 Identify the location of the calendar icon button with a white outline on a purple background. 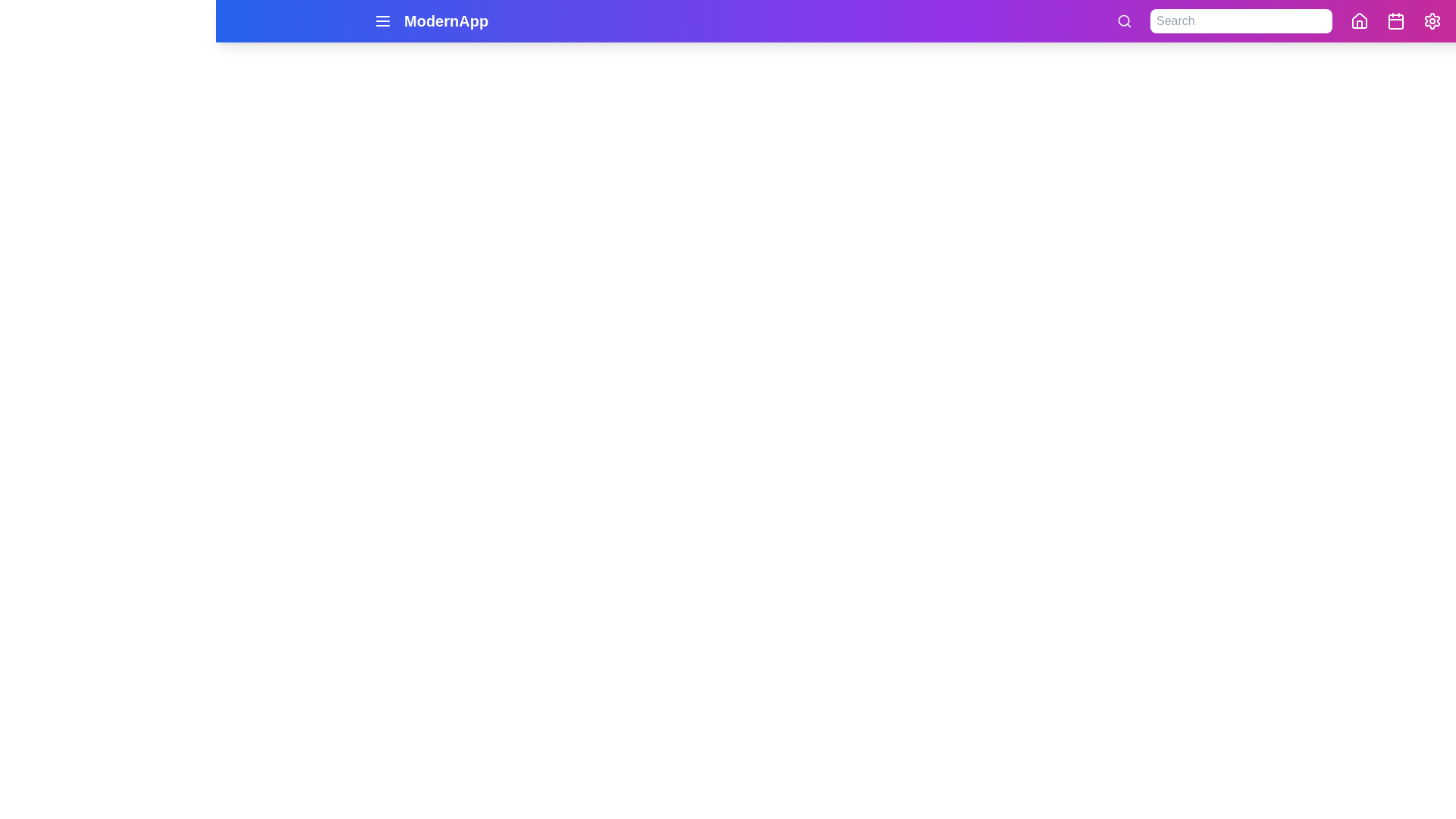
(1395, 20).